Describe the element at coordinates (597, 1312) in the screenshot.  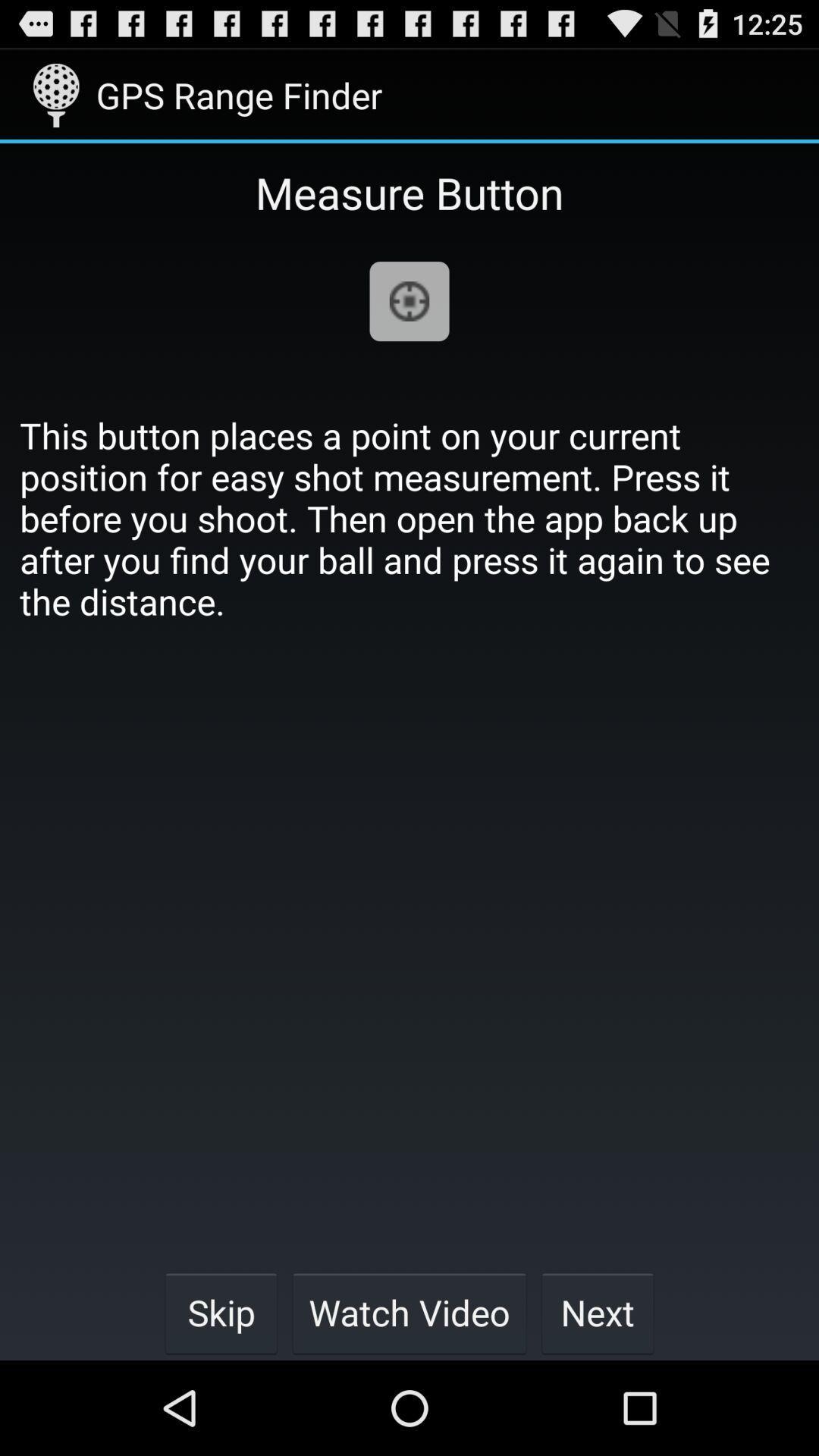
I see `the next` at that location.